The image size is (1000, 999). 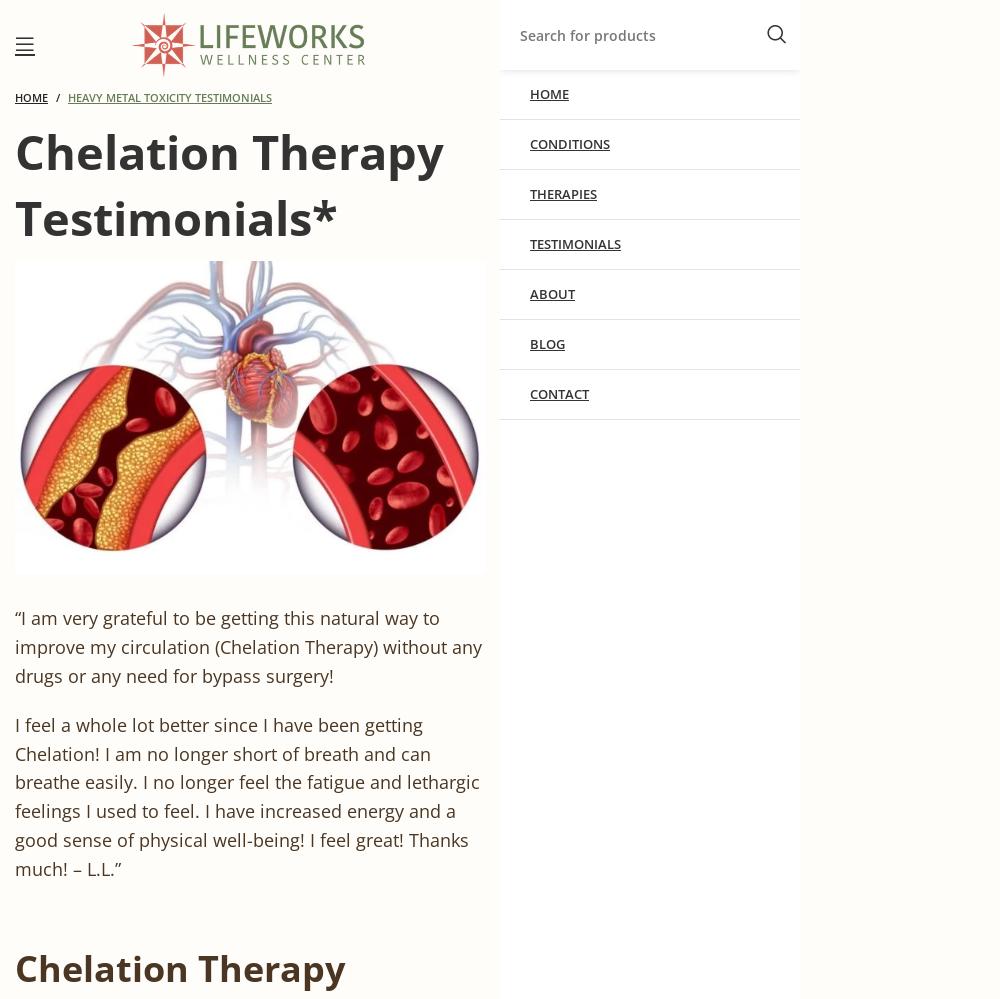 What do you see at coordinates (552, 292) in the screenshot?
I see `'About'` at bounding box center [552, 292].